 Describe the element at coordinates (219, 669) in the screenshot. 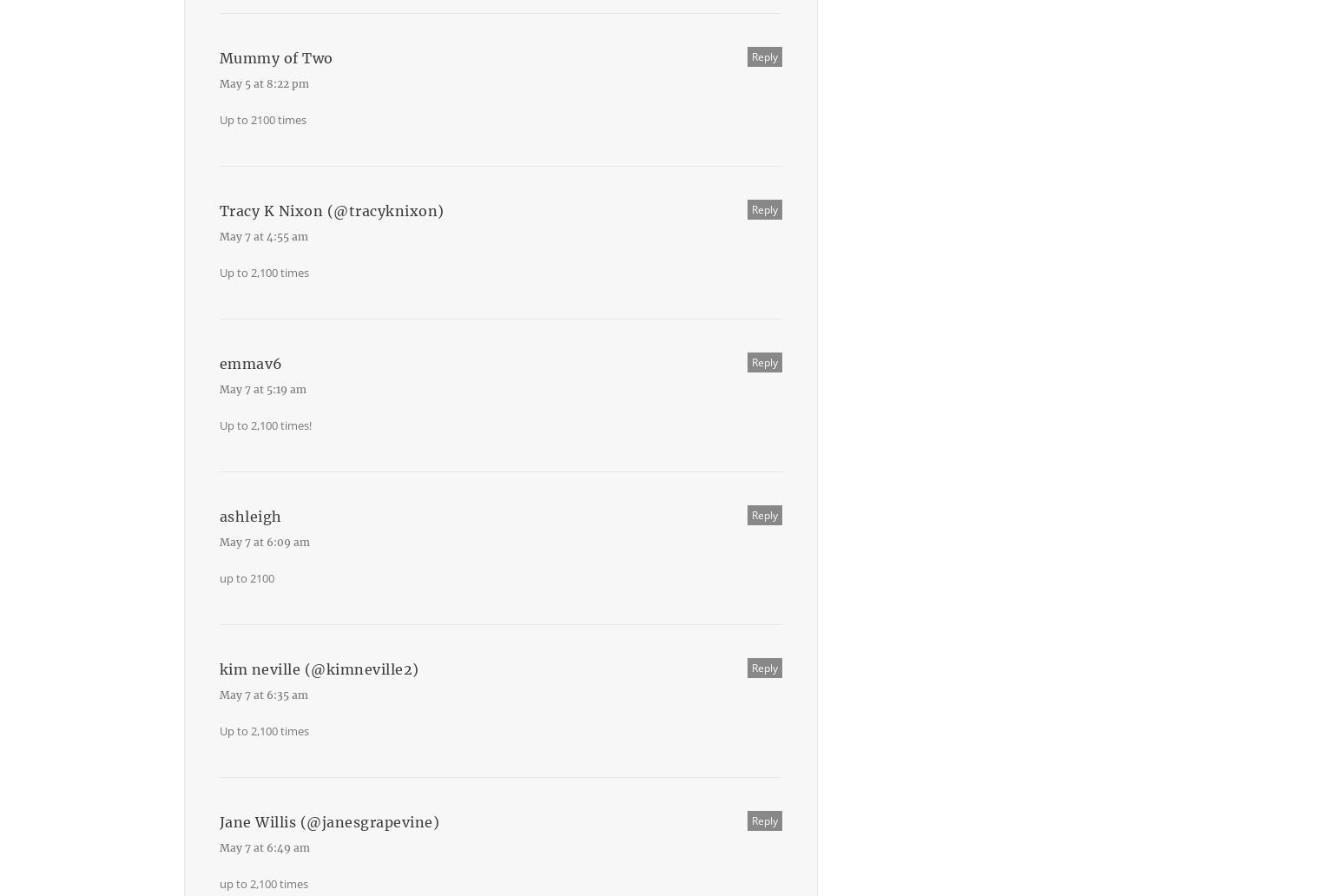

I see `'kim neville (@kimneville2)'` at that location.